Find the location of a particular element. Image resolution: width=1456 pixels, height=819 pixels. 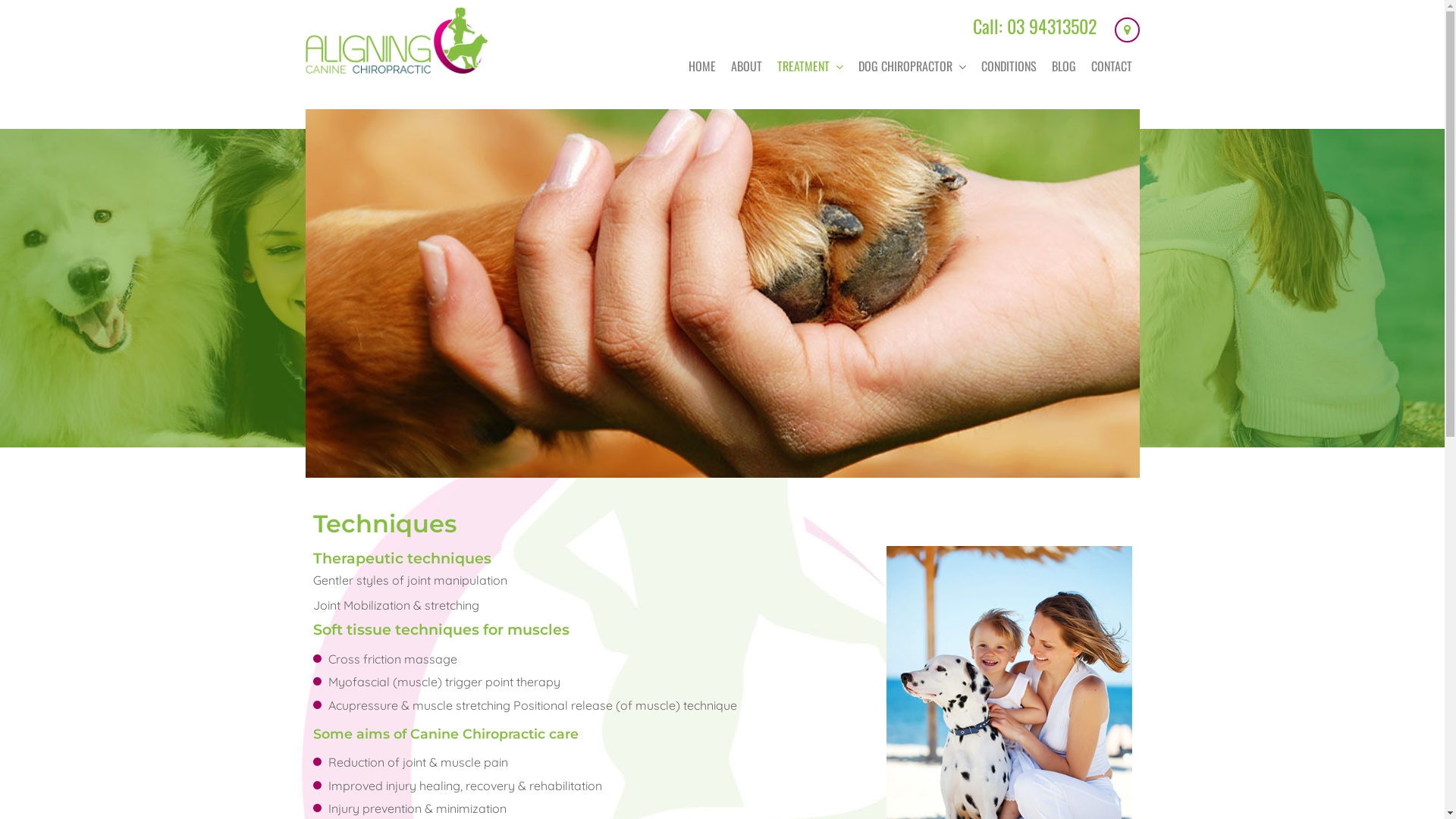

'BLOG' is located at coordinates (1062, 65).